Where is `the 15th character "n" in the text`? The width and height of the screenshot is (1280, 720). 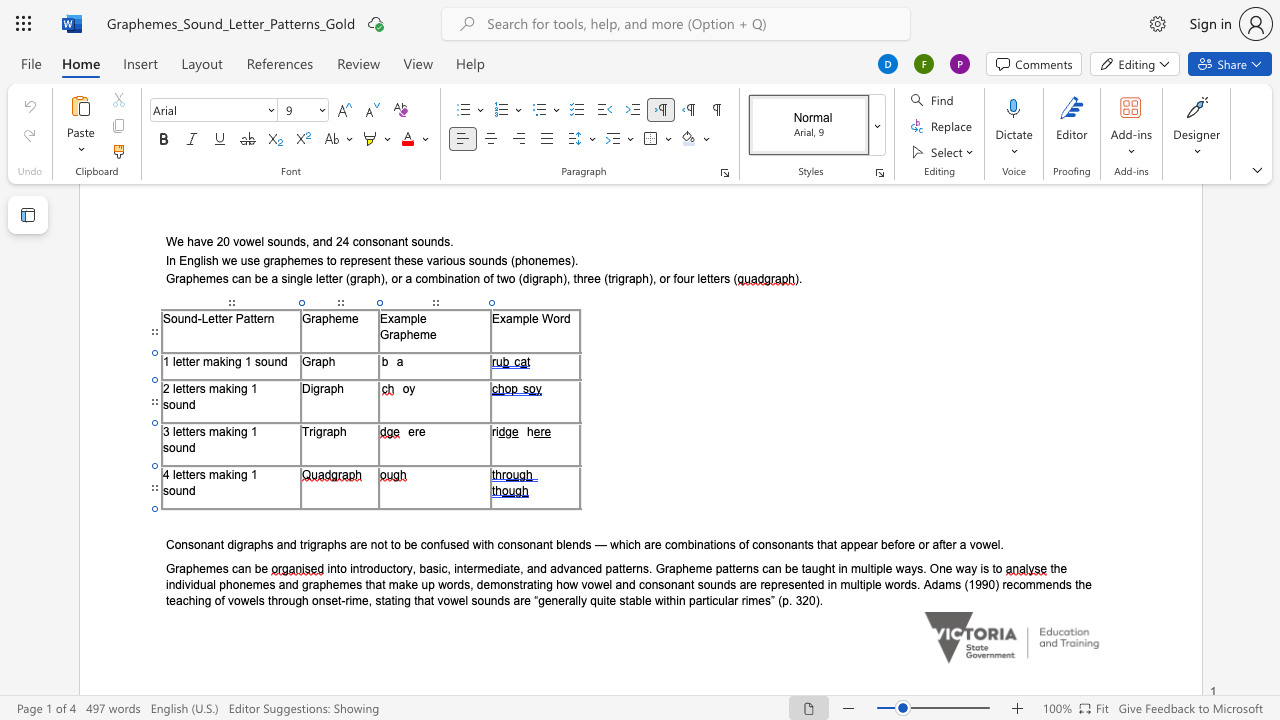
the 15th character "n" in the text is located at coordinates (801, 544).